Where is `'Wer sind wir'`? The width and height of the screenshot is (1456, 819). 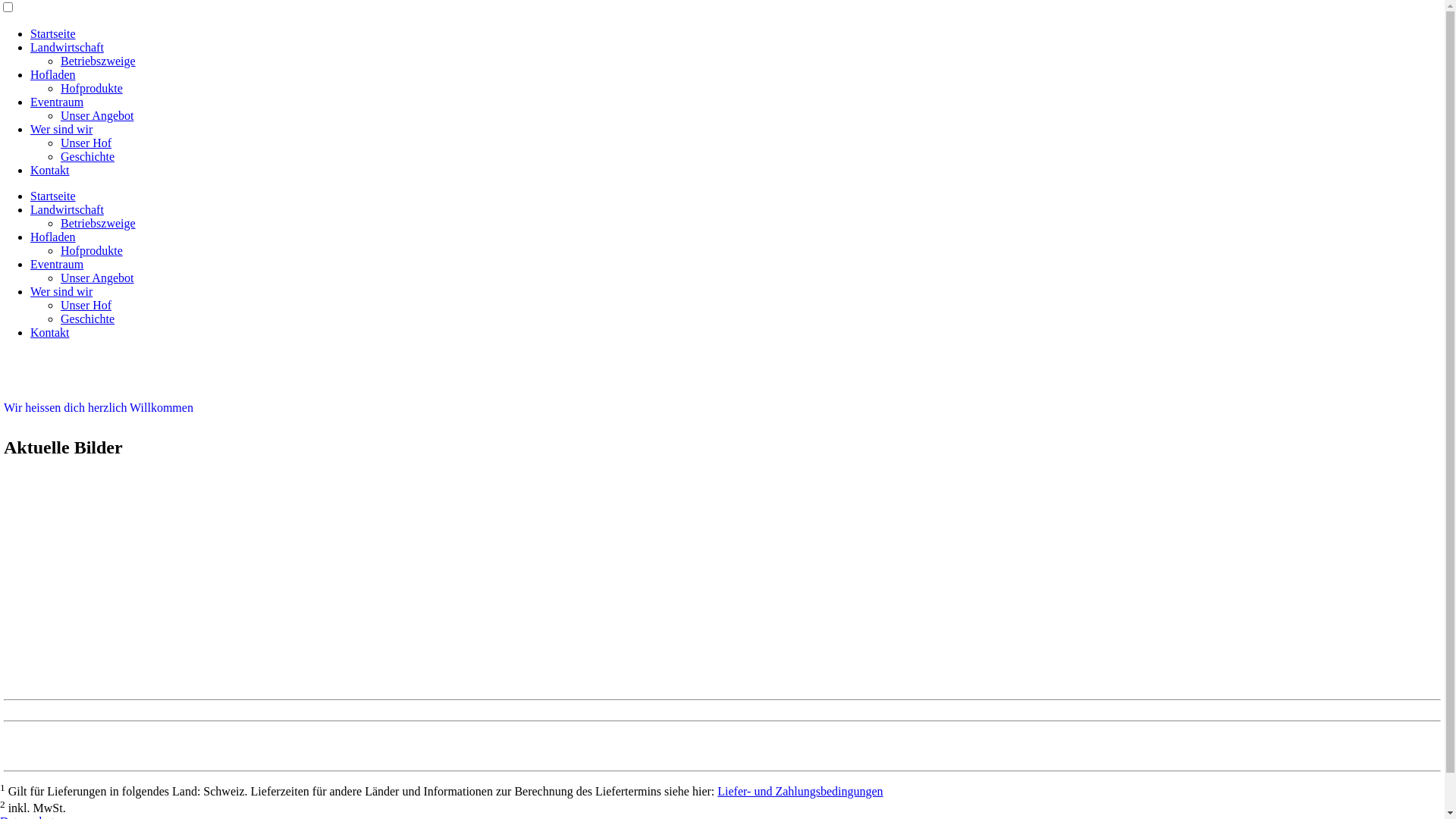
'Wer sind wir' is located at coordinates (61, 291).